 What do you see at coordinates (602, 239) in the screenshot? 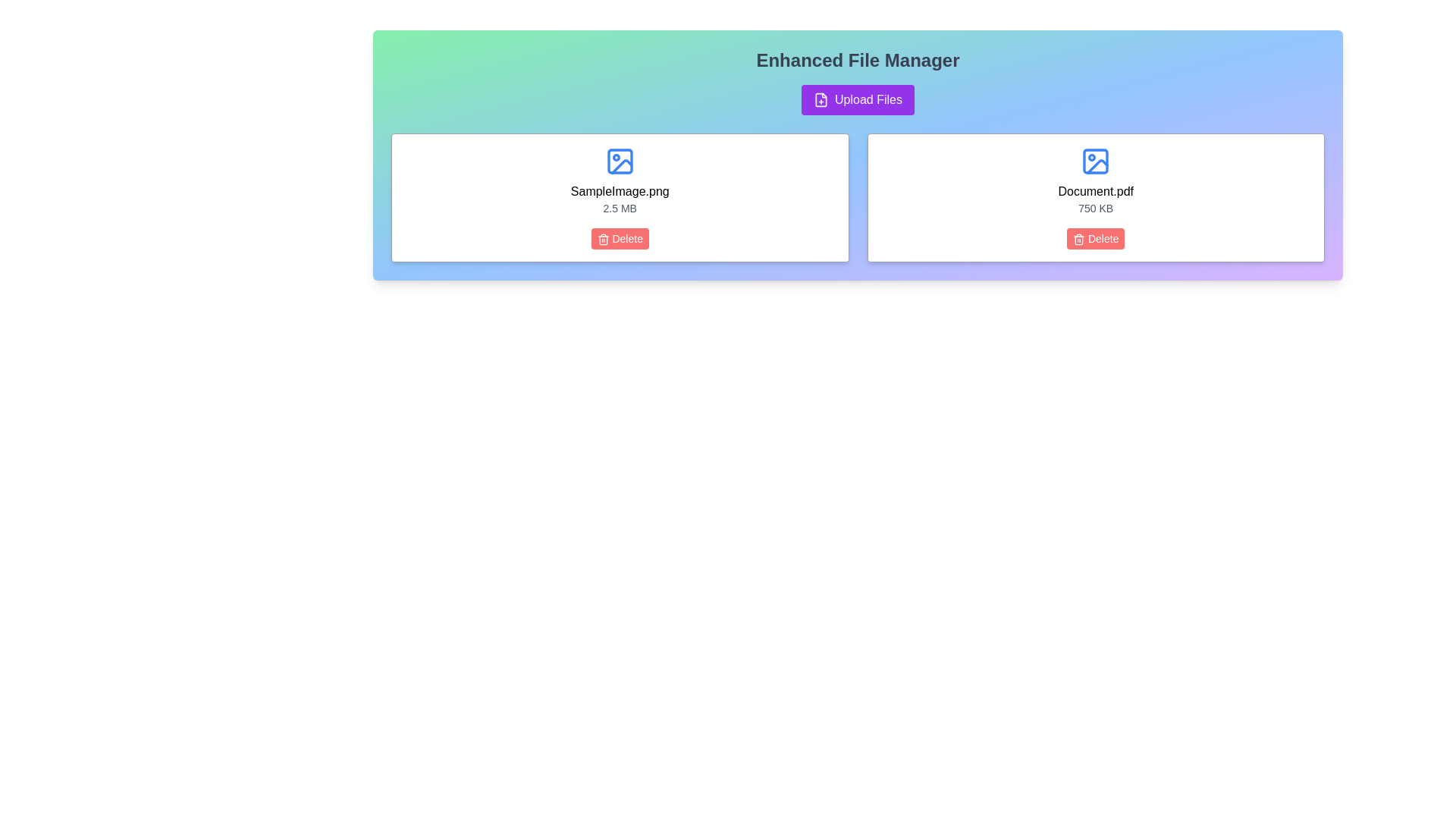
I see `the trash can icon within the 'Delete' button located below the file information card for 'SampleImage.png'` at bounding box center [602, 239].